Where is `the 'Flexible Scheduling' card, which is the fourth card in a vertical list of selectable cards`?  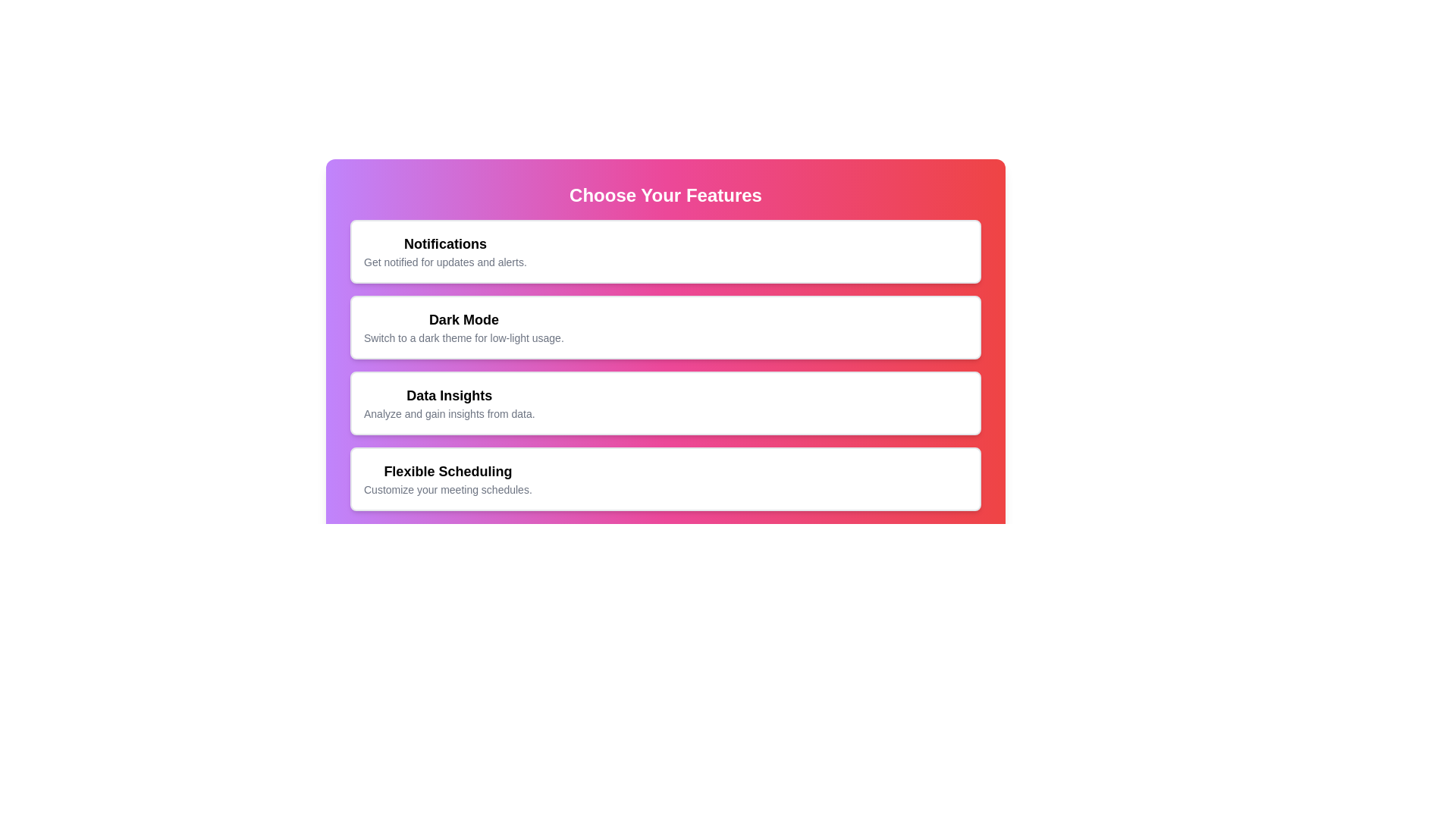
the 'Flexible Scheduling' card, which is the fourth card in a vertical list of selectable cards is located at coordinates (666, 479).